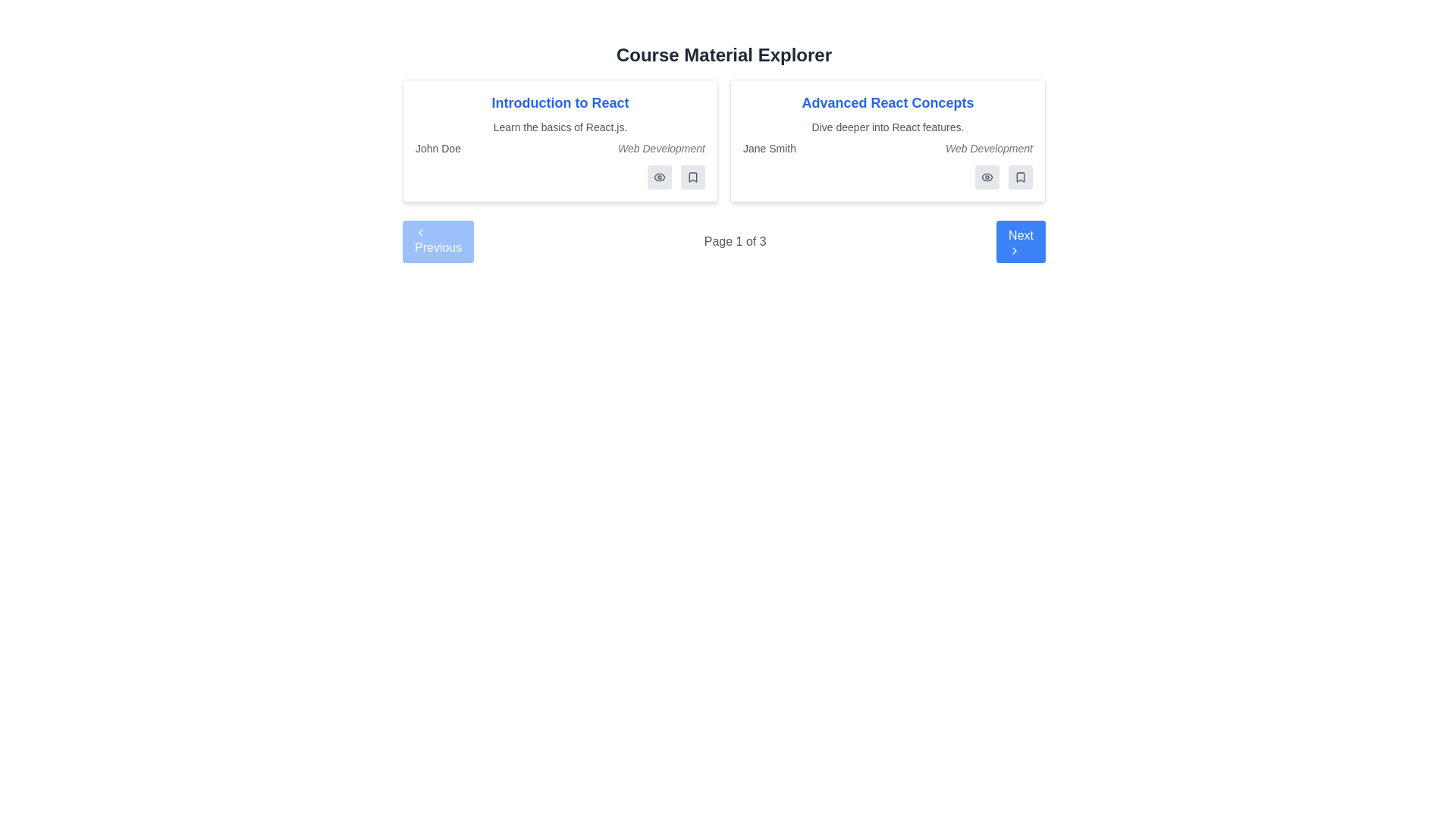 The width and height of the screenshot is (1456, 819). What do you see at coordinates (692, 177) in the screenshot?
I see `the bookmark icon in the bottom-right corner of the 'Advanced React Concepts' card` at bounding box center [692, 177].